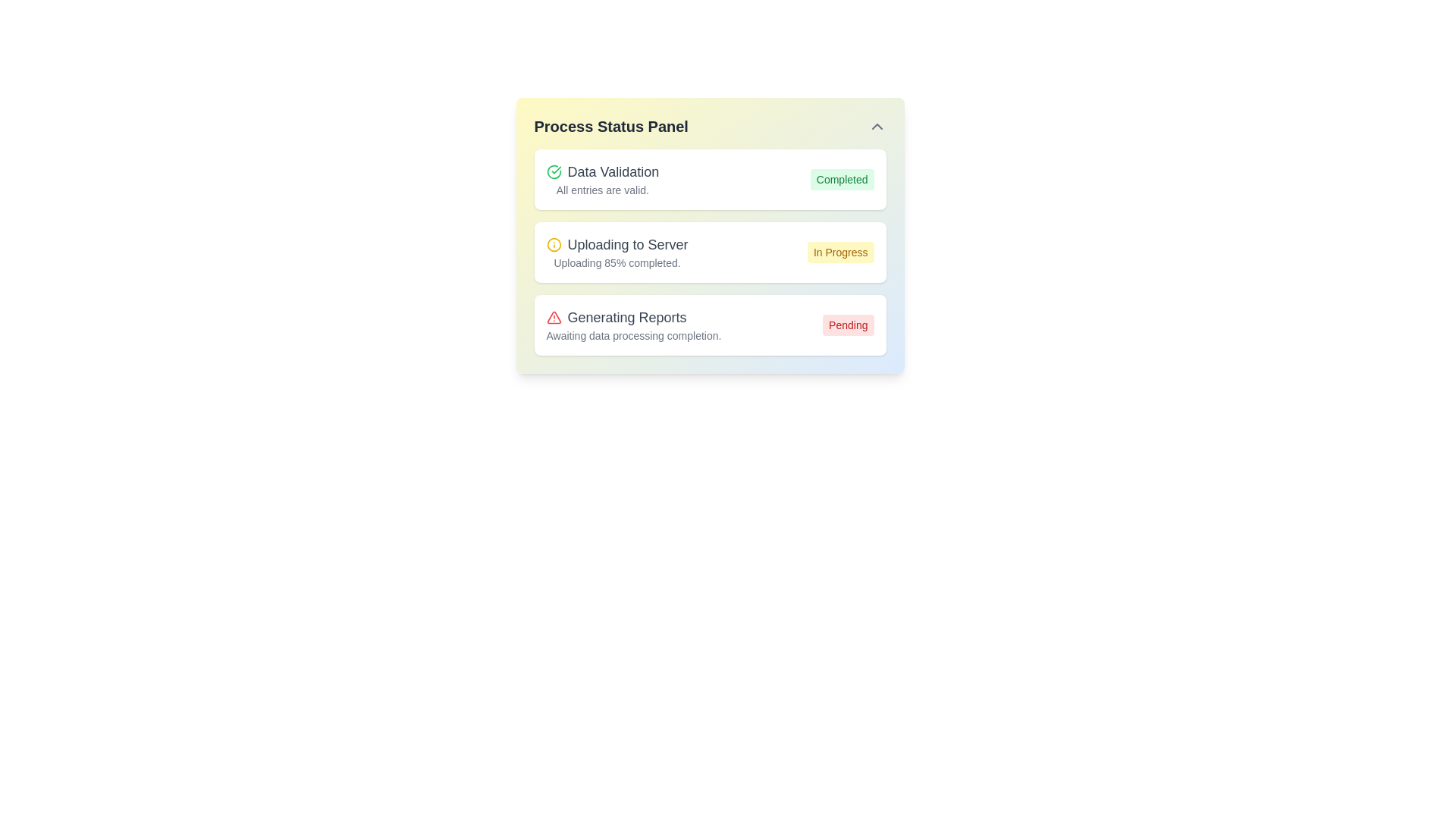 Image resolution: width=1456 pixels, height=819 pixels. I want to click on the Status Card displaying 'Uploading to Server' with the badge 'In Progress', so click(709, 251).